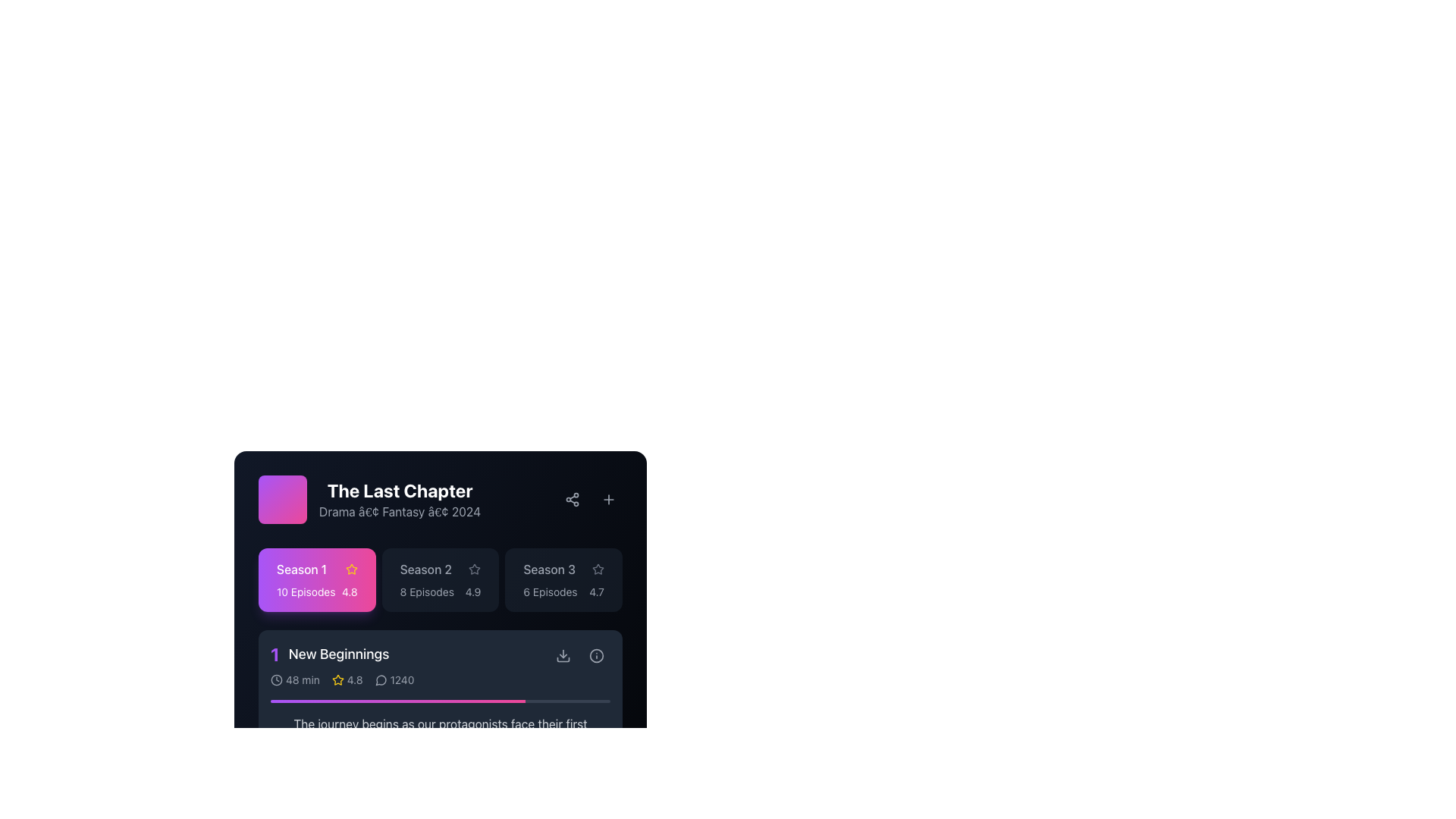 The height and width of the screenshot is (819, 1456). I want to click on the 'Season 2' text label, so click(425, 570).